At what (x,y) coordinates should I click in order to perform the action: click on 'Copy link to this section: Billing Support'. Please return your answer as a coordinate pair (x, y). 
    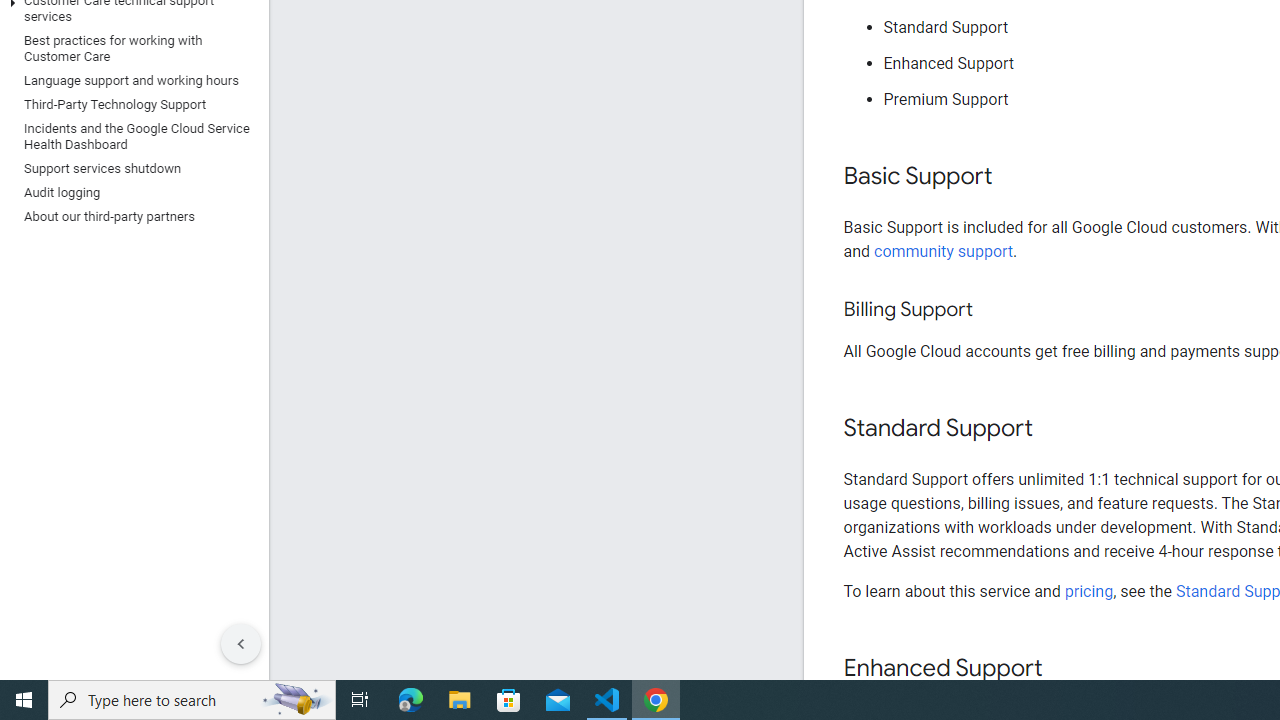
    Looking at the image, I should click on (992, 310).